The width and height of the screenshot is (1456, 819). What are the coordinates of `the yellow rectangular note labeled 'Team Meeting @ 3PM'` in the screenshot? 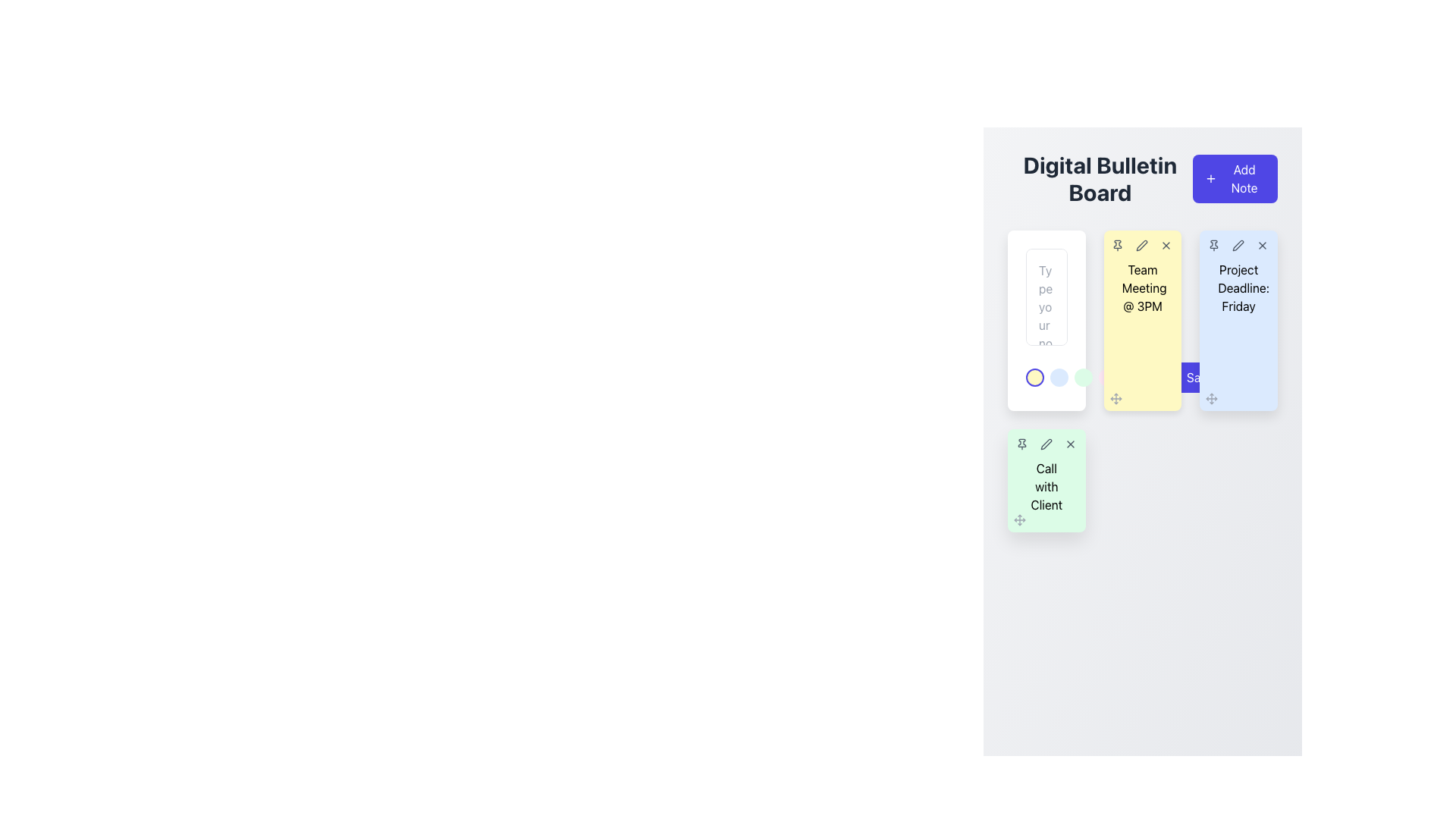 It's located at (1143, 342).